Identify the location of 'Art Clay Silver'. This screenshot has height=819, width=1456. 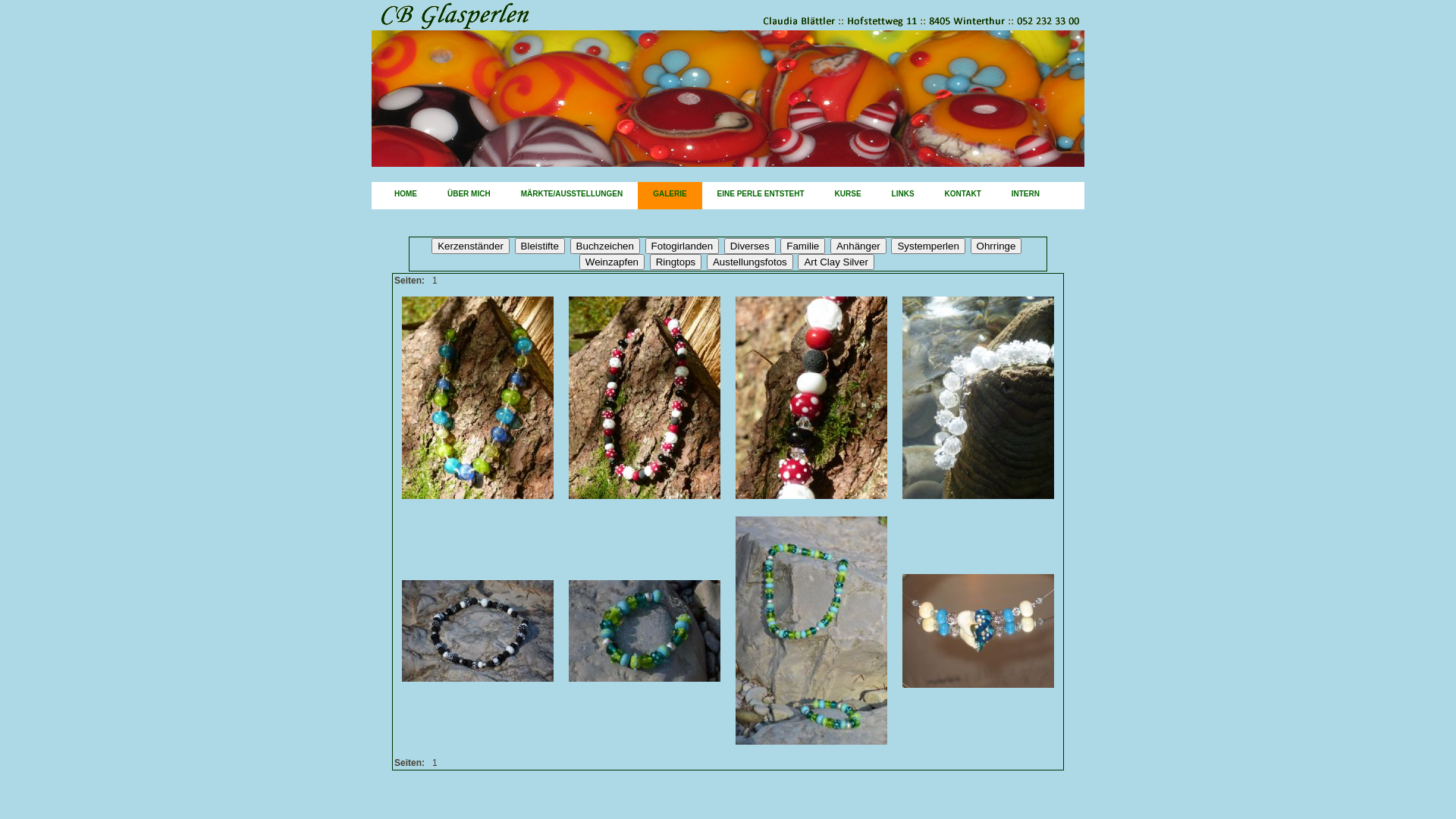
(835, 261).